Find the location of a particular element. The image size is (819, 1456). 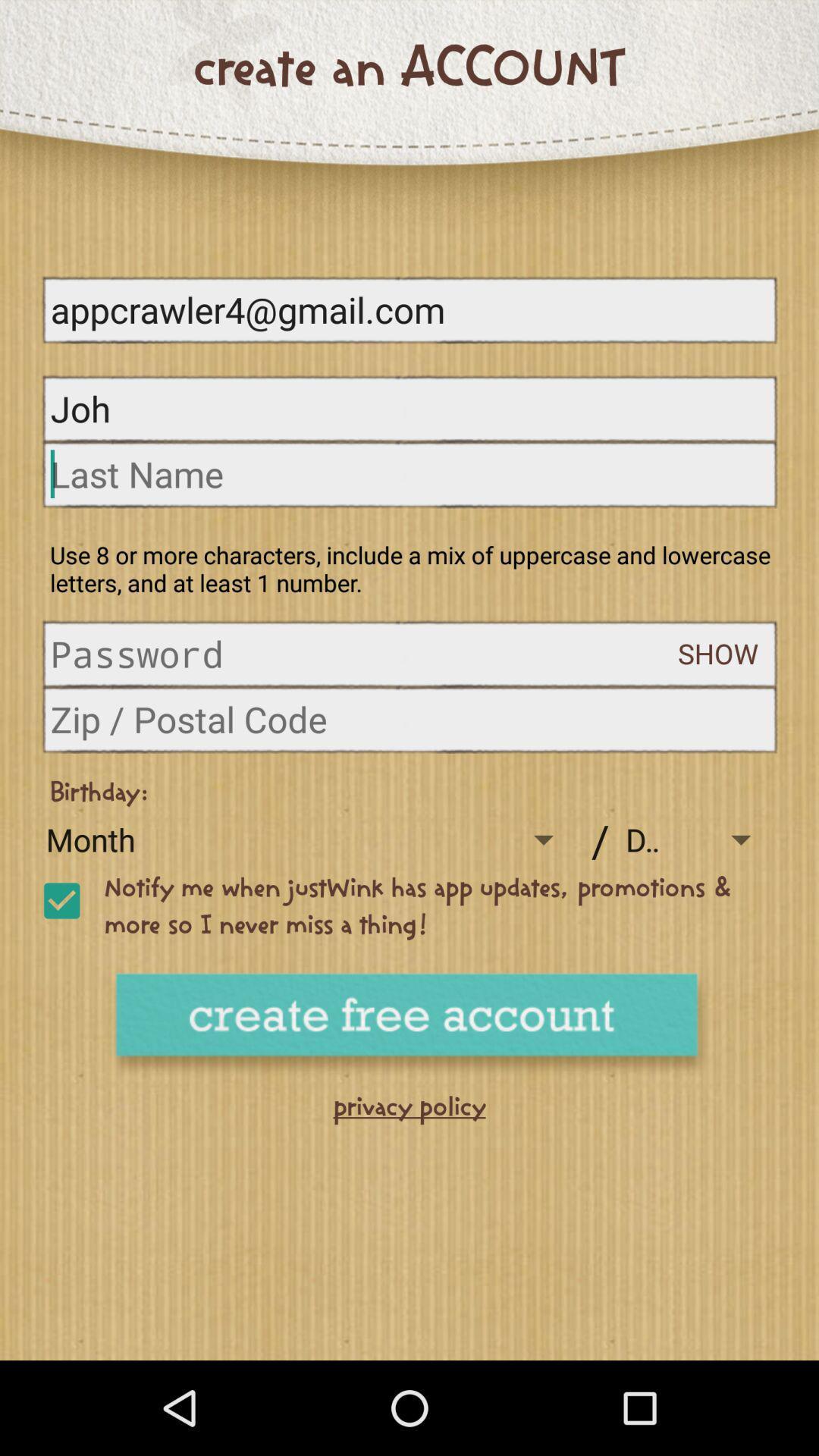

selection is located at coordinates (61, 901).